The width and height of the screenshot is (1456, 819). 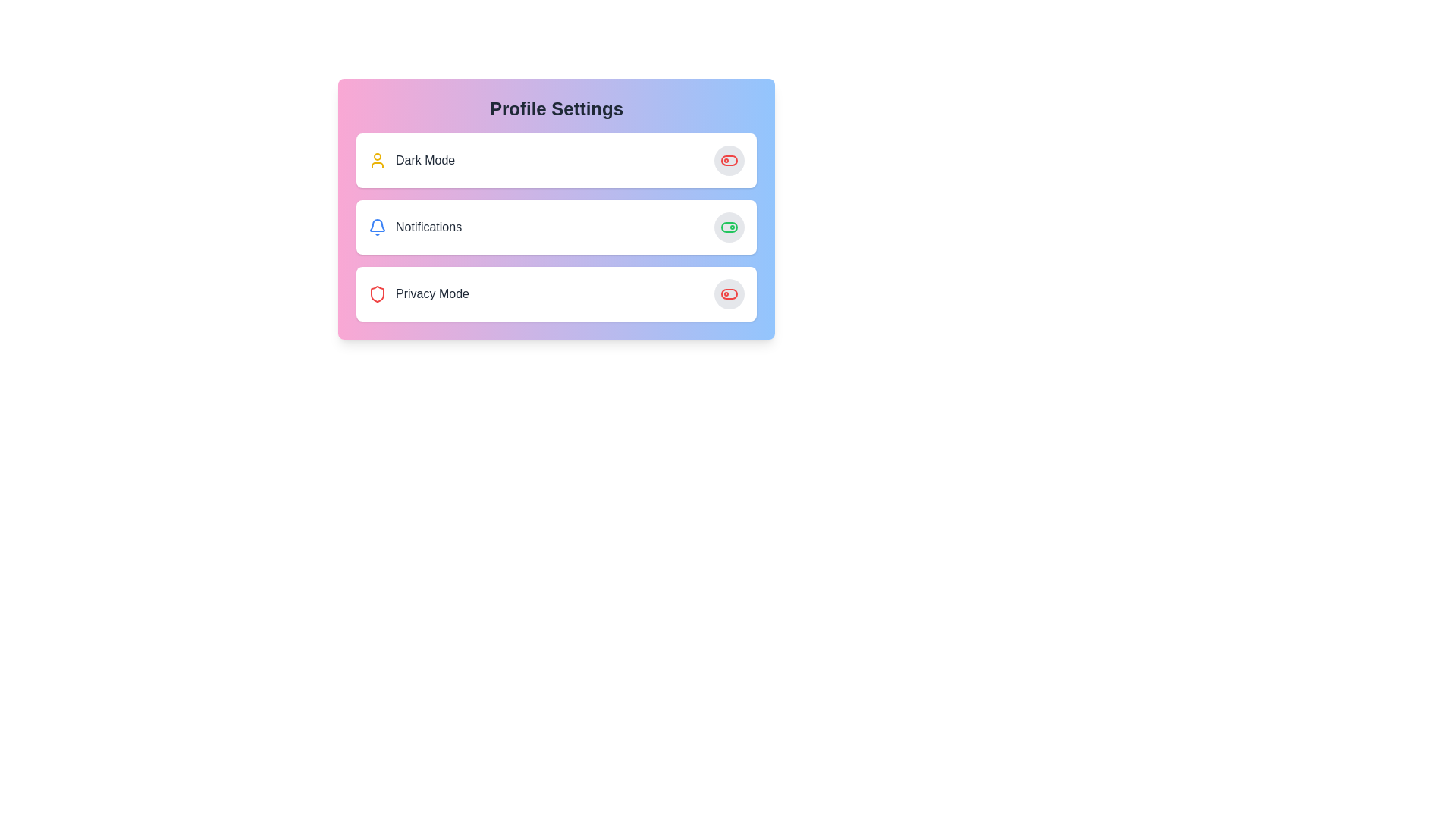 I want to click on the 'Privacy Mode' icon located in the third row of the Profile Settings options, which visually represents the 'Privacy Mode' feature, so click(x=378, y=294).